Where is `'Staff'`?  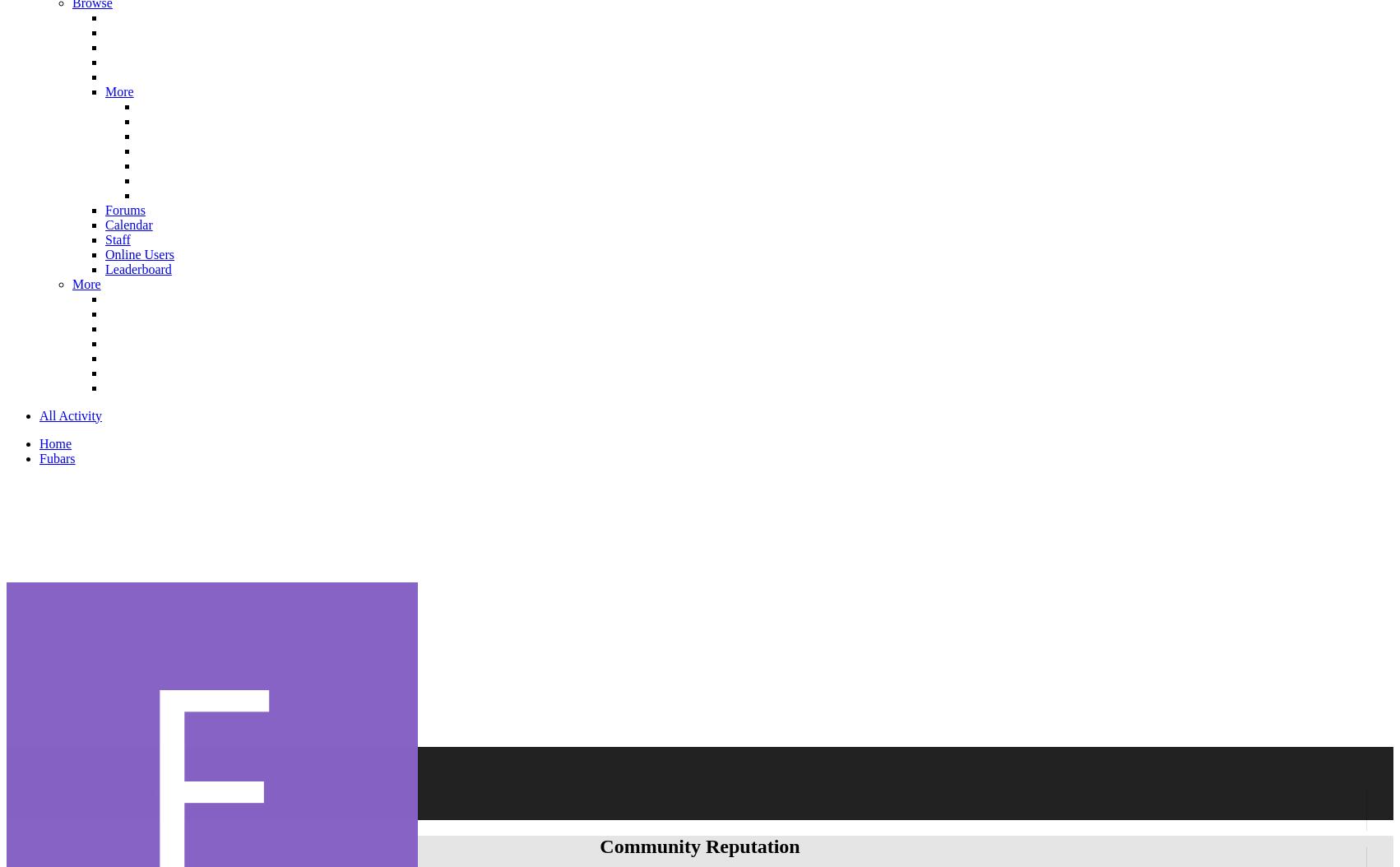
'Staff' is located at coordinates (117, 238).